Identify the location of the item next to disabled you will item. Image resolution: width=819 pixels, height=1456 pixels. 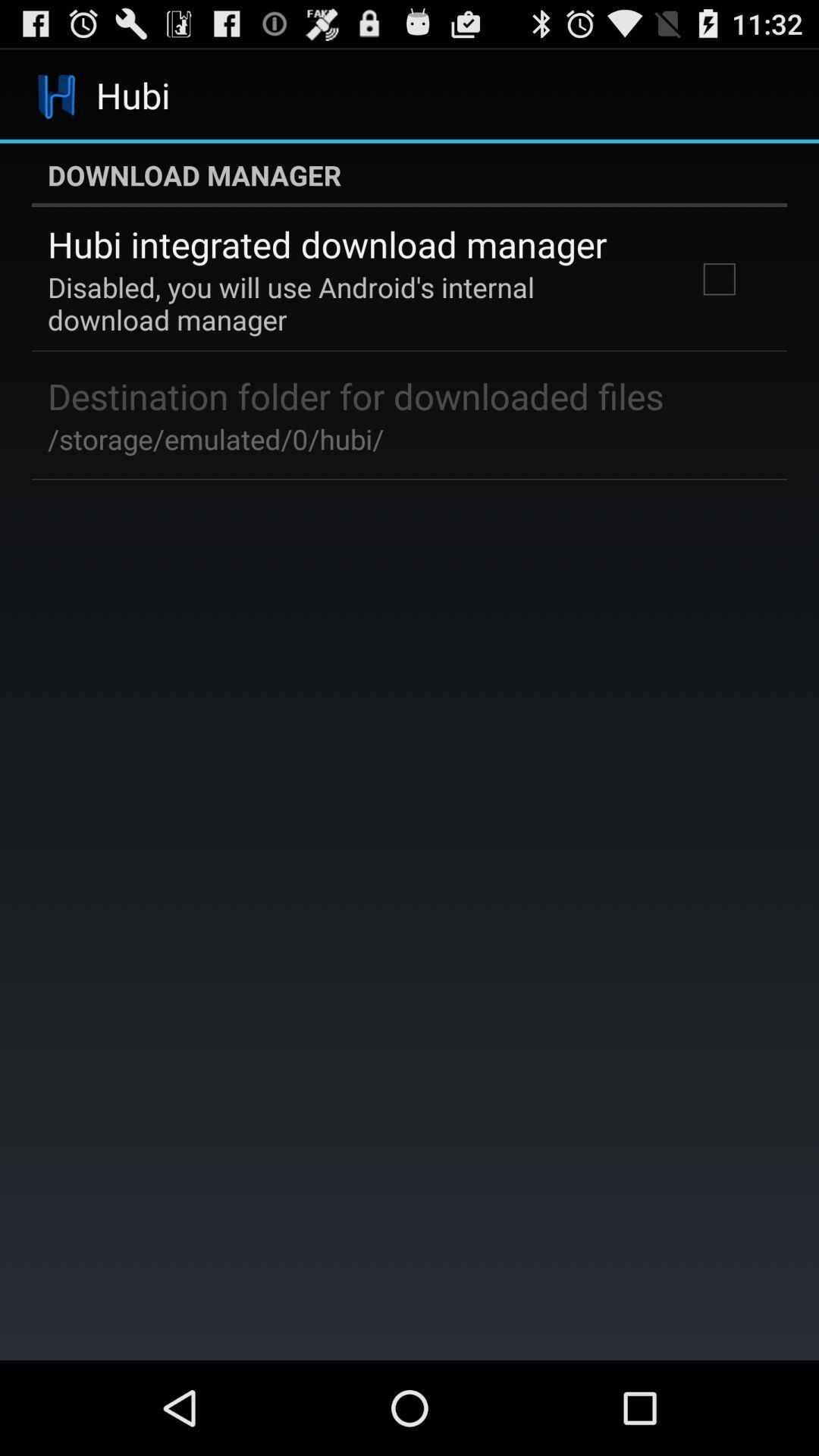
(718, 279).